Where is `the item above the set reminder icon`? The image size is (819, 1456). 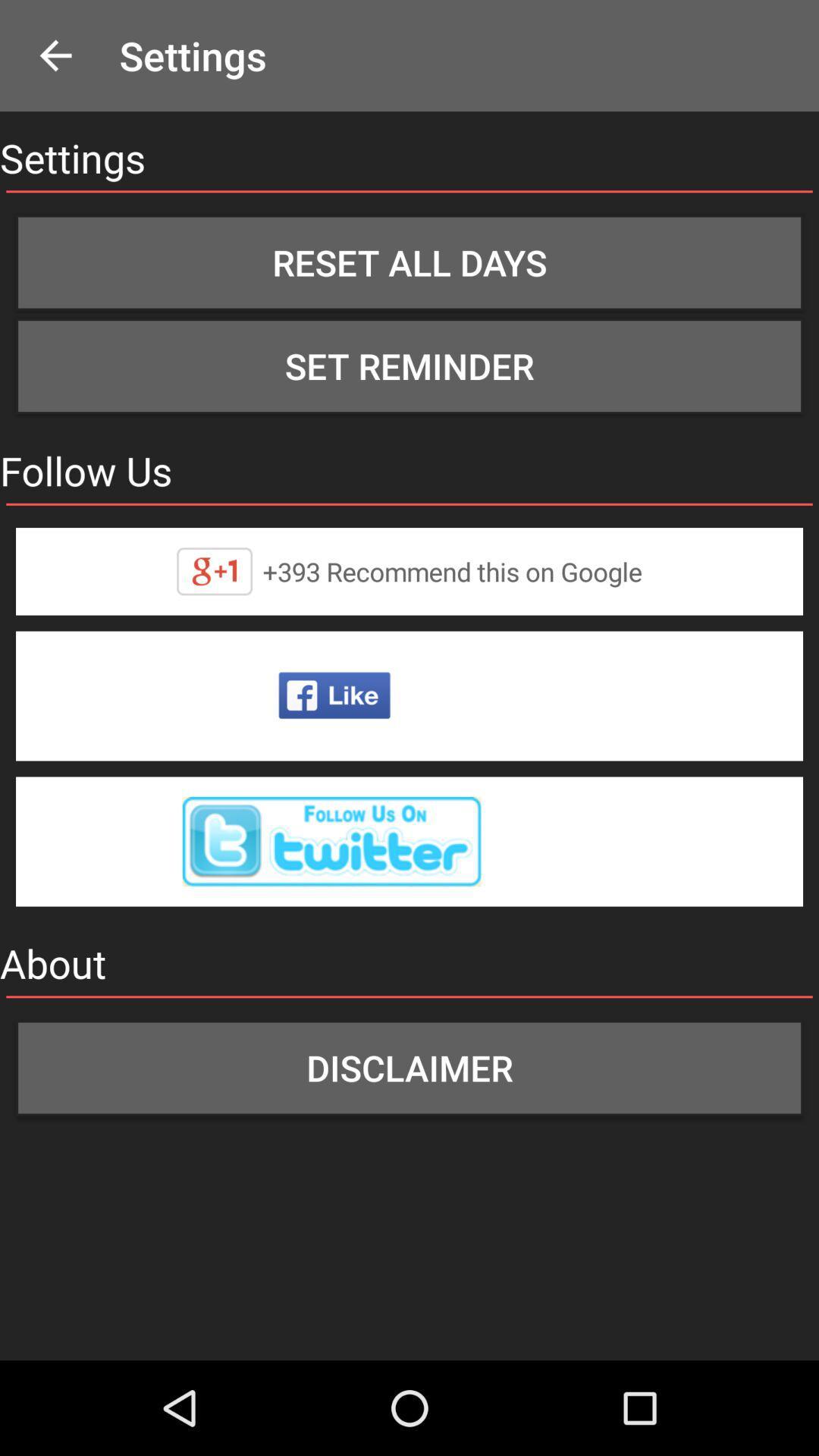 the item above the set reminder icon is located at coordinates (409, 262).